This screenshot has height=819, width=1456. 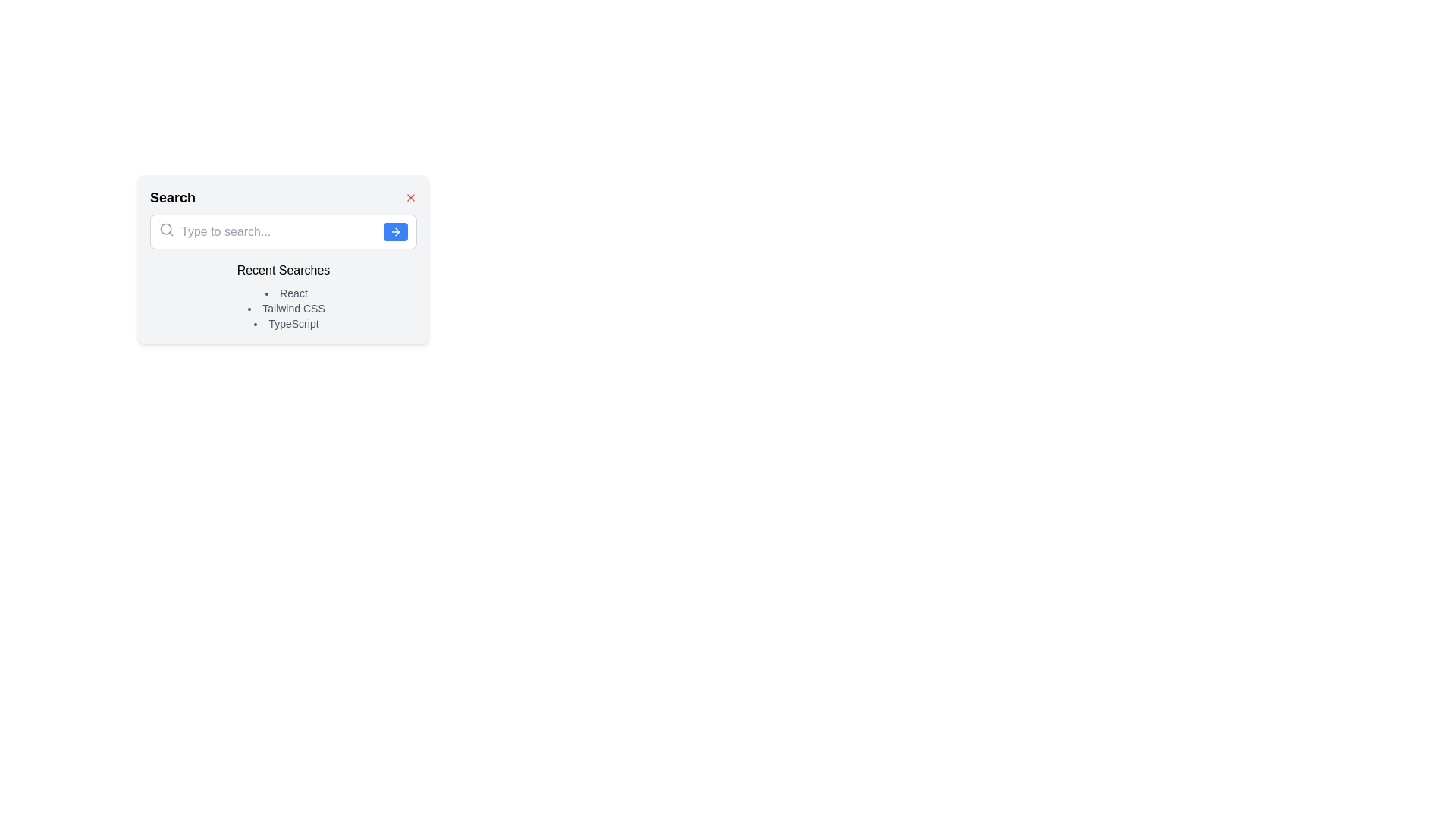 I want to click on the search bar icon that visually indicates the input field's purpose, positioned at the far left of the search input field, so click(x=167, y=230).